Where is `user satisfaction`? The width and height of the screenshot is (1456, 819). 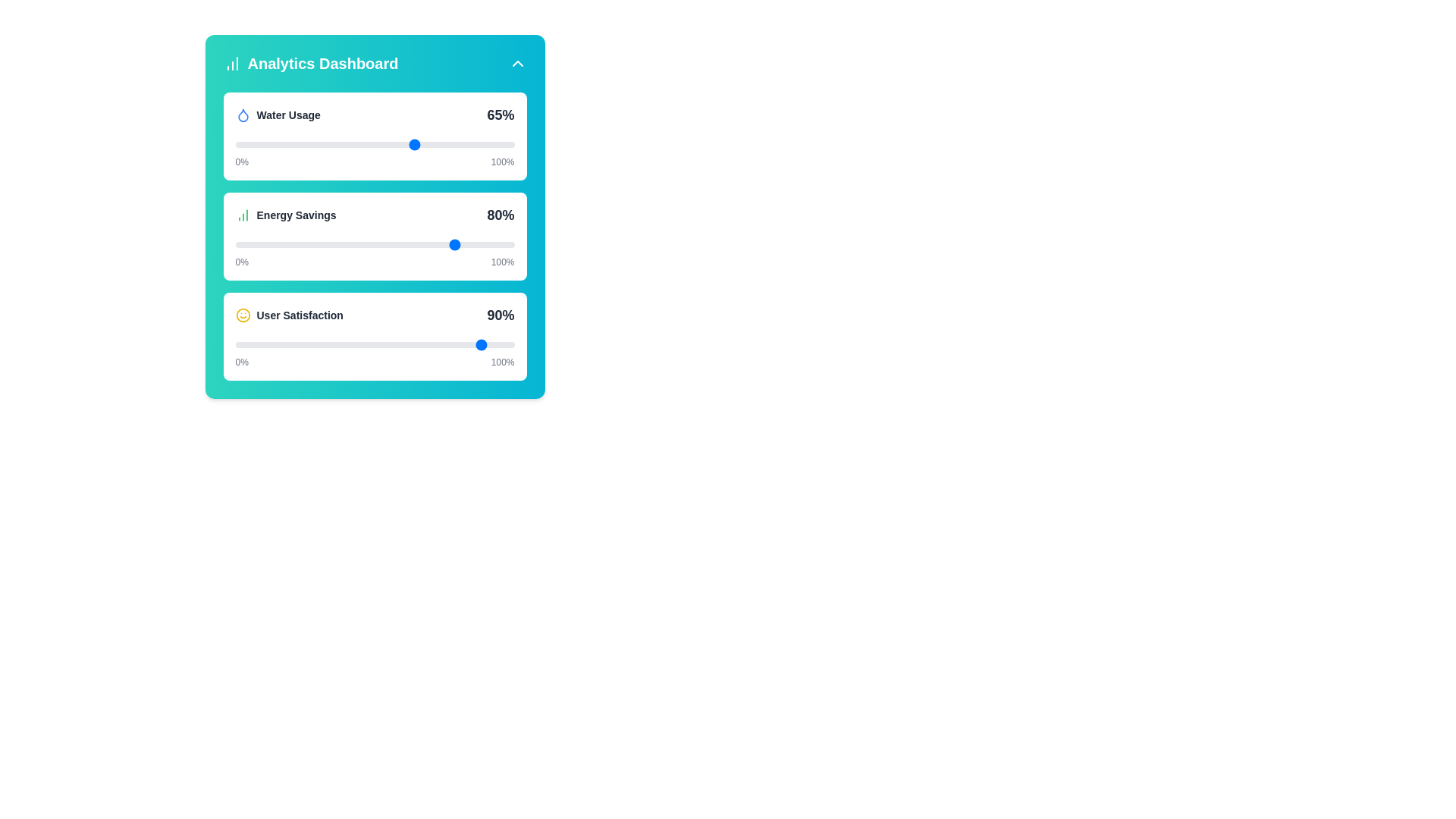 user satisfaction is located at coordinates (457, 345).